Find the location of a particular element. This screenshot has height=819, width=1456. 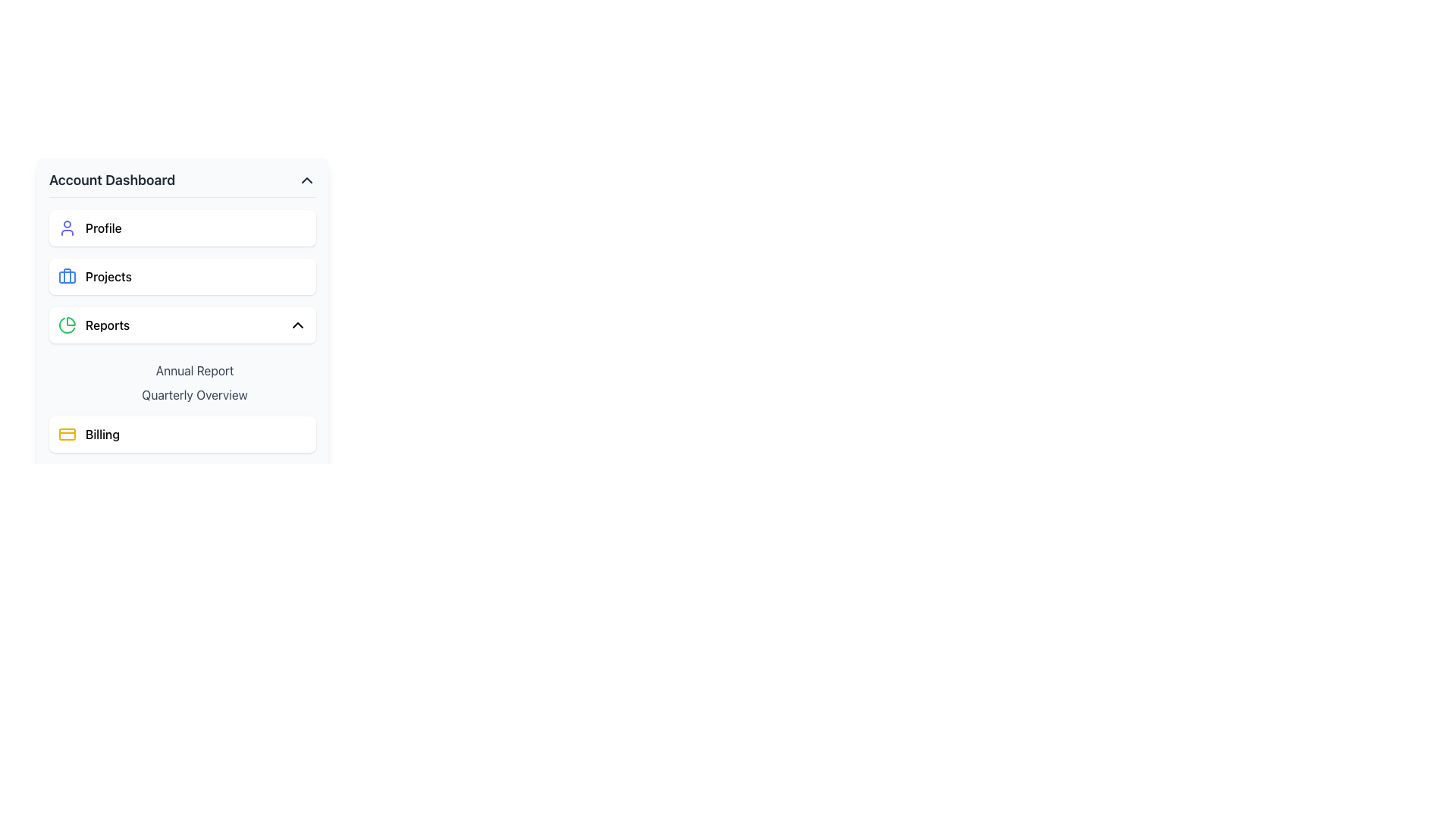

the 'Billing' menu item icon located at the bottom of the navigation panel in the 'Account Dashboard' is located at coordinates (67, 435).